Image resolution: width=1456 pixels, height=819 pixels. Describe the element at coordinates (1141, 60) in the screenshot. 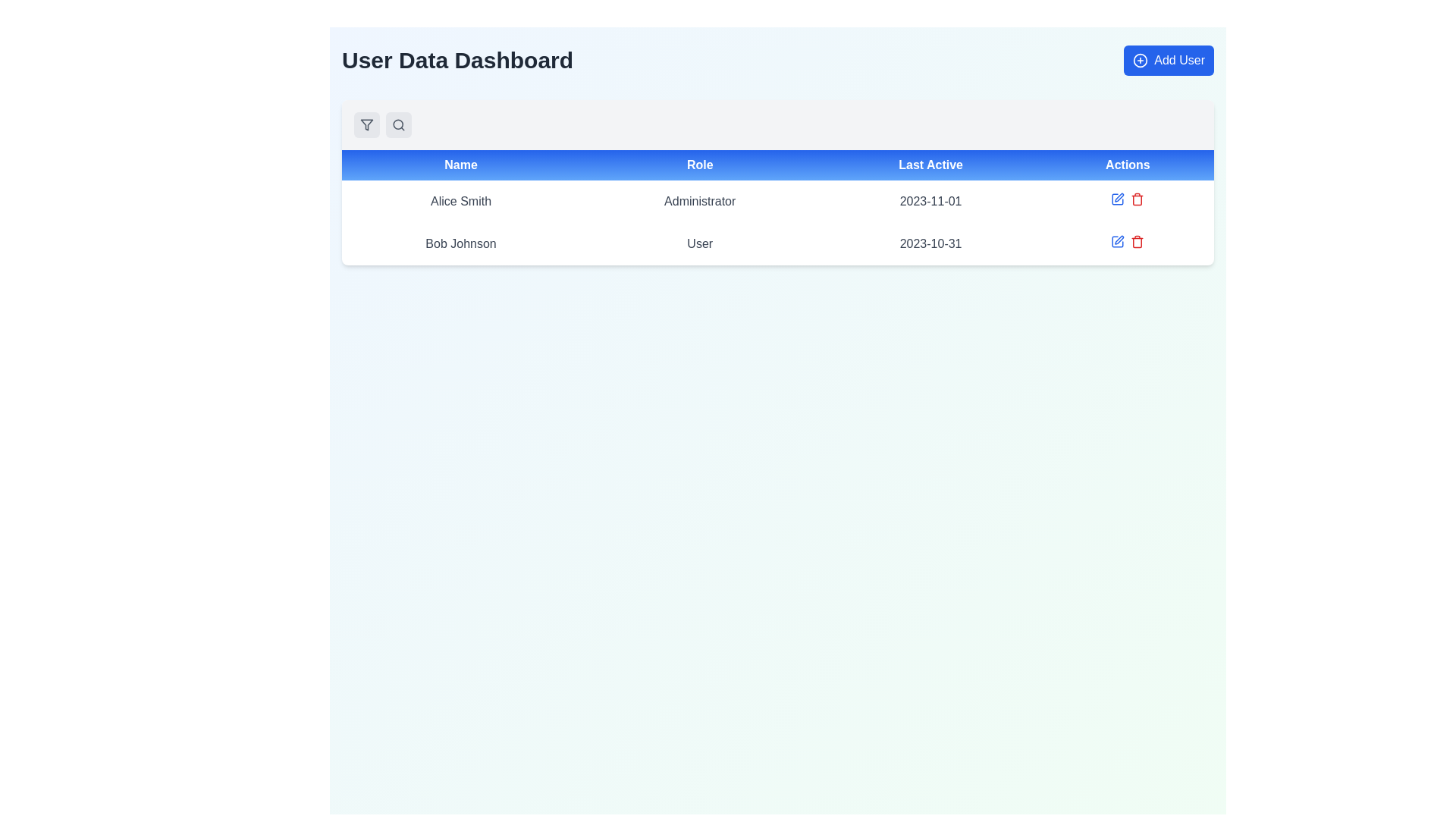

I see `the graphical SVG circle element` at that location.